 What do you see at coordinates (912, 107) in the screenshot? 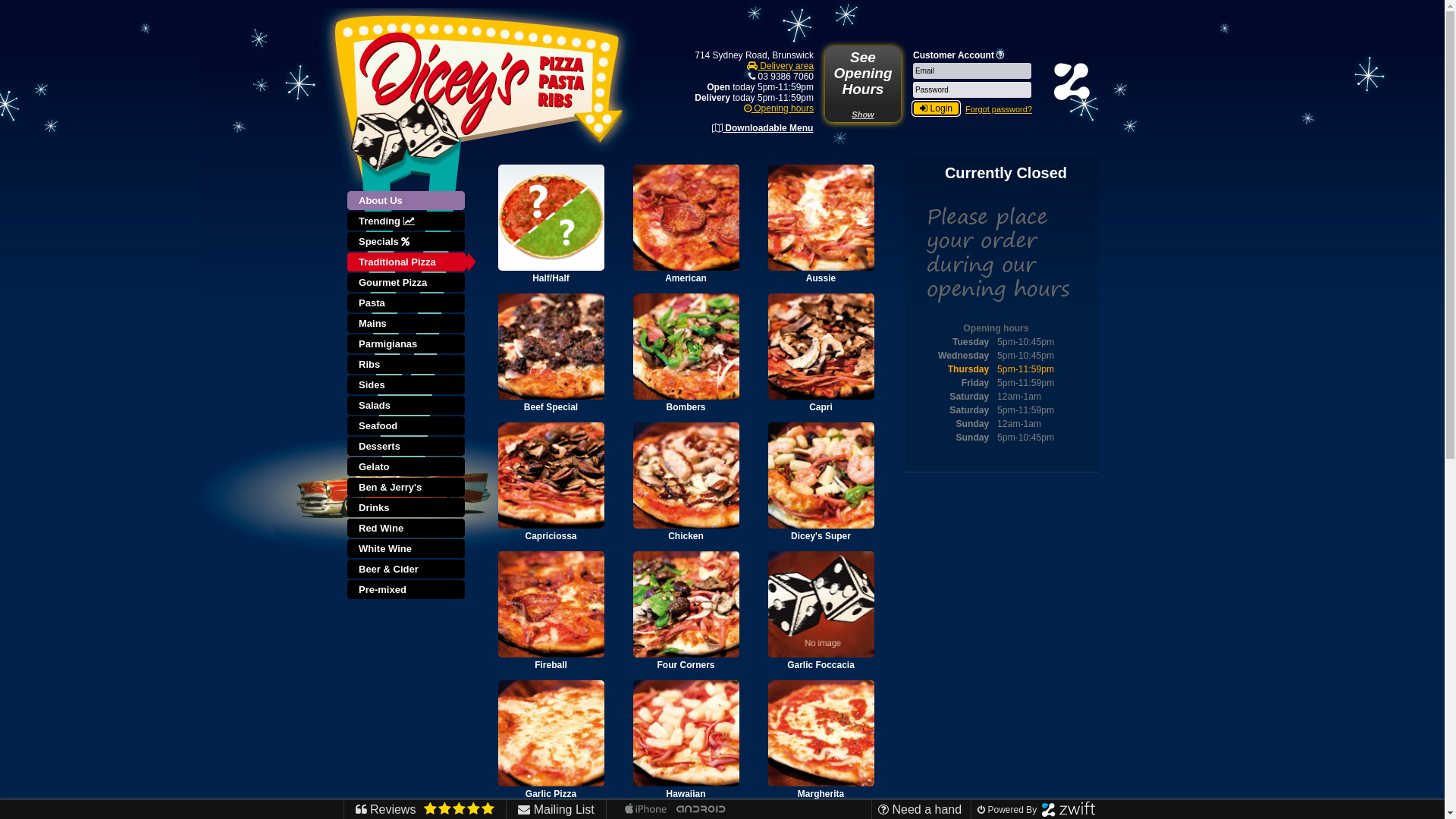
I see `'Login'` at bounding box center [912, 107].